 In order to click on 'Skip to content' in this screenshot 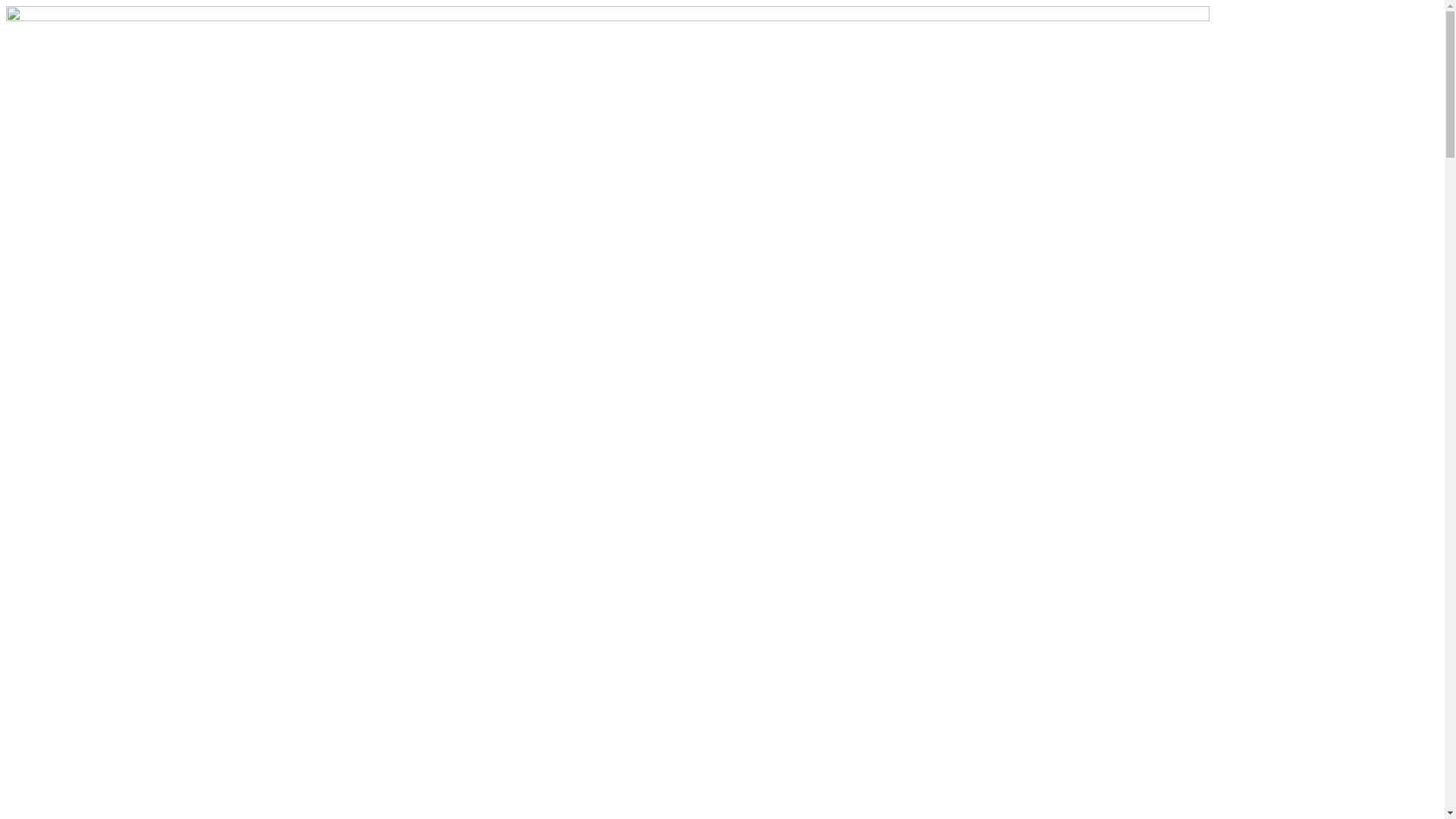, I will do `click(5, 5)`.